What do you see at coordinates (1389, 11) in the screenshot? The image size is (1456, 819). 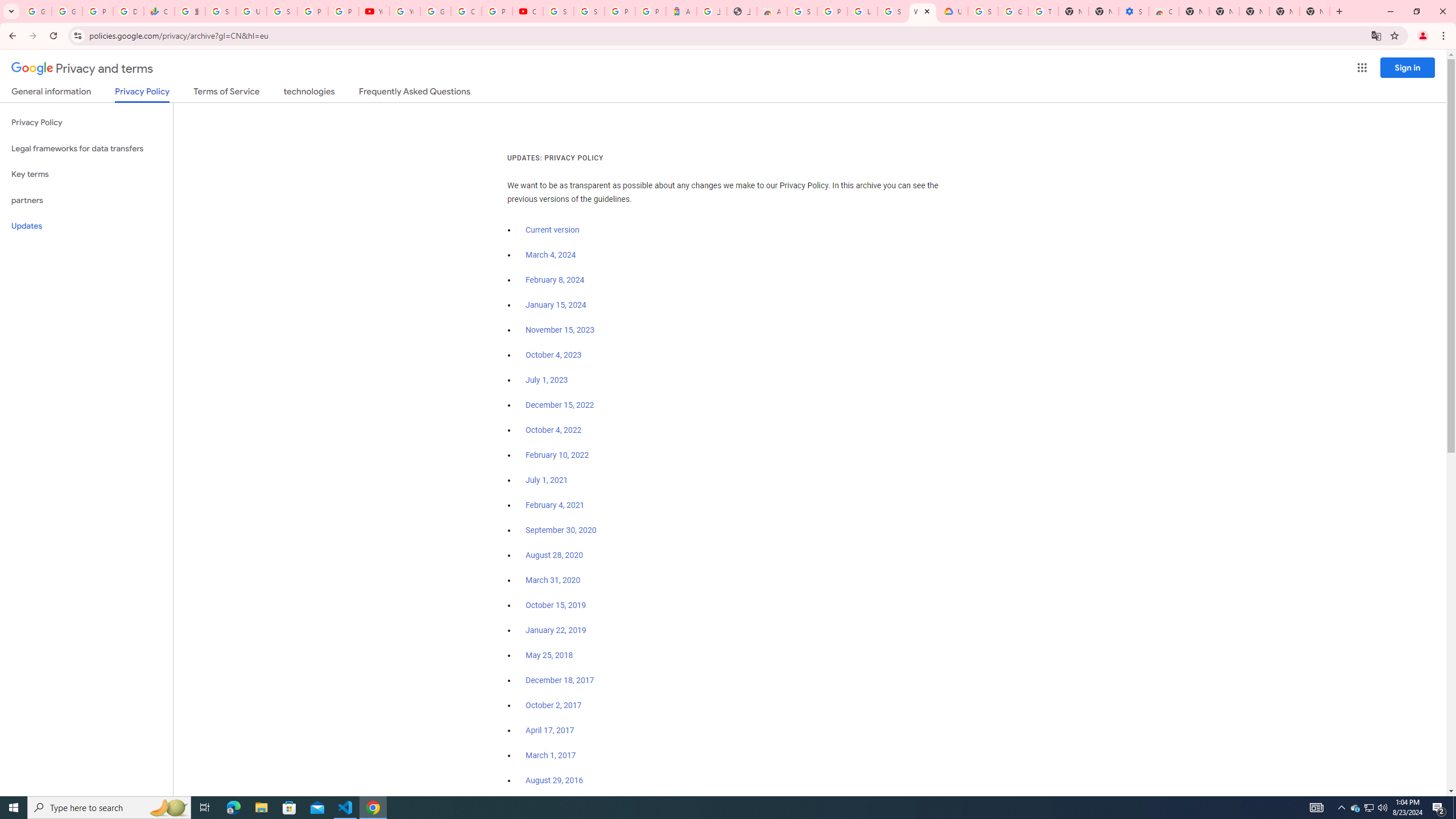 I see `'Minimize'` at bounding box center [1389, 11].